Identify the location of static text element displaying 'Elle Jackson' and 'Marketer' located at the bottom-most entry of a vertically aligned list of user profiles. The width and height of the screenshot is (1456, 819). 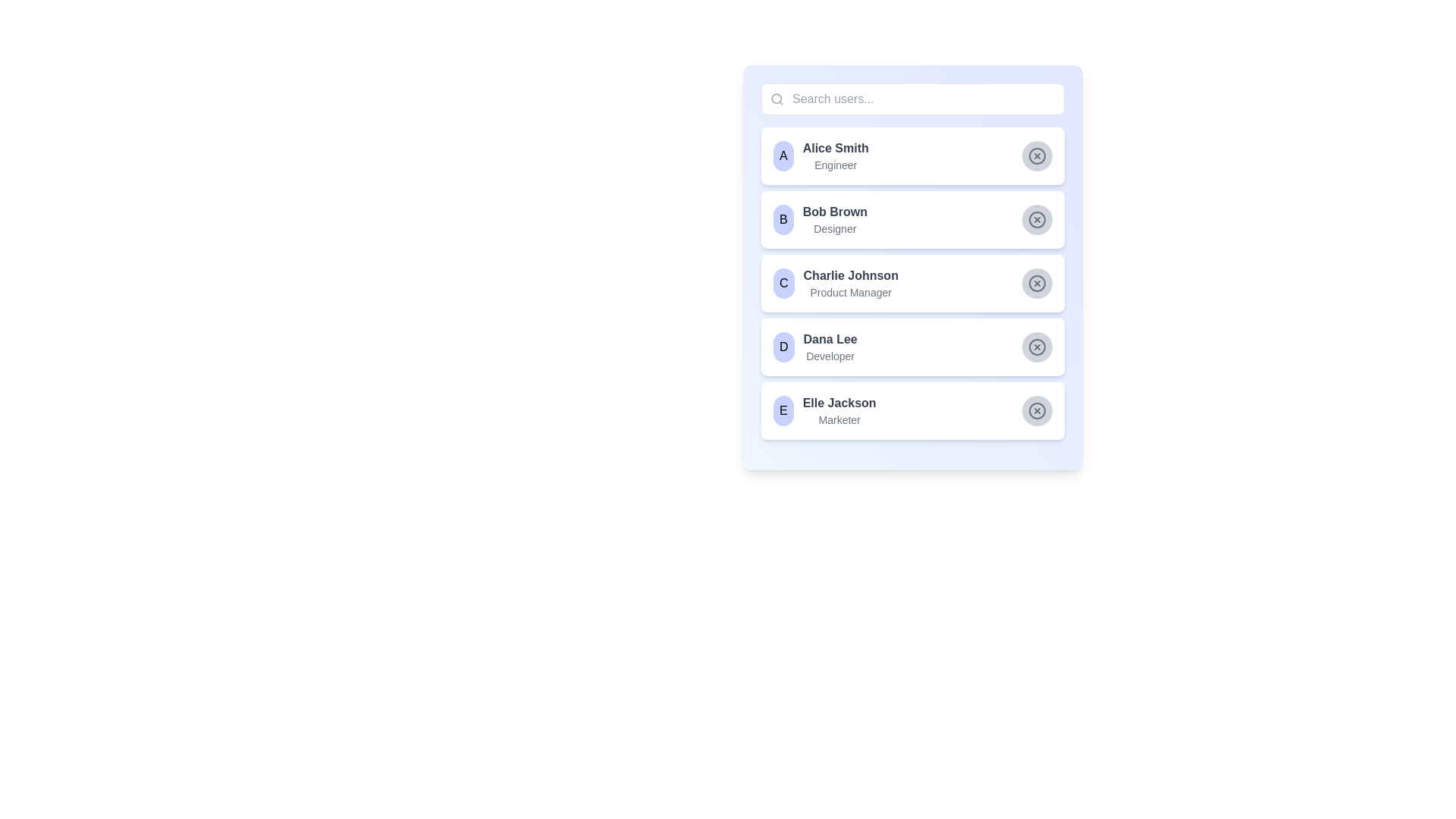
(839, 411).